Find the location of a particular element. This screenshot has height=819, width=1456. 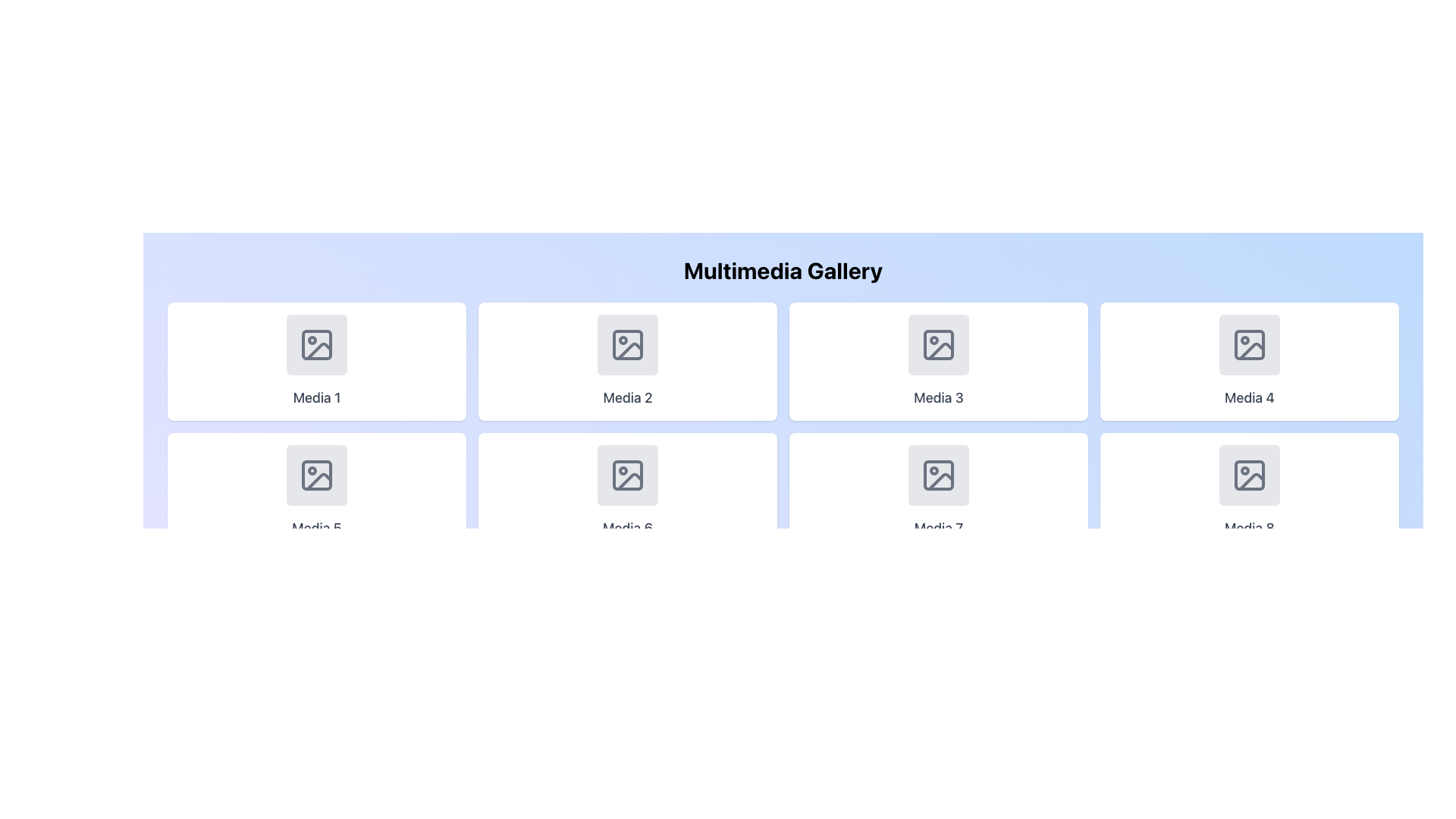

the Decorative placeholder icon resembling a photo frame located under the 'Media 7' label is located at coordinates (938, 475).